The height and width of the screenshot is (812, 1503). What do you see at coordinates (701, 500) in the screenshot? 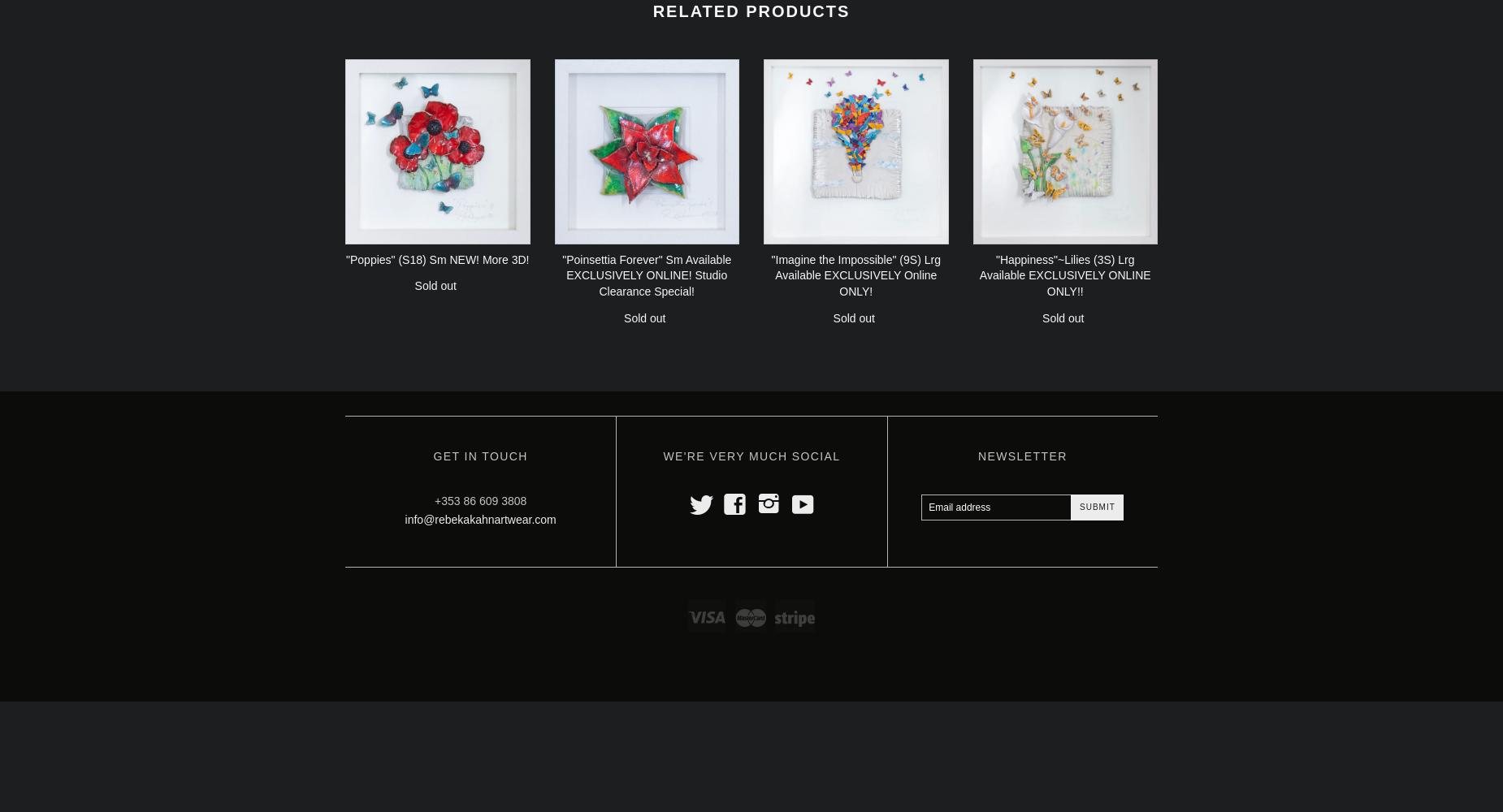
I see `'t'` at bounding box center [701, 500].